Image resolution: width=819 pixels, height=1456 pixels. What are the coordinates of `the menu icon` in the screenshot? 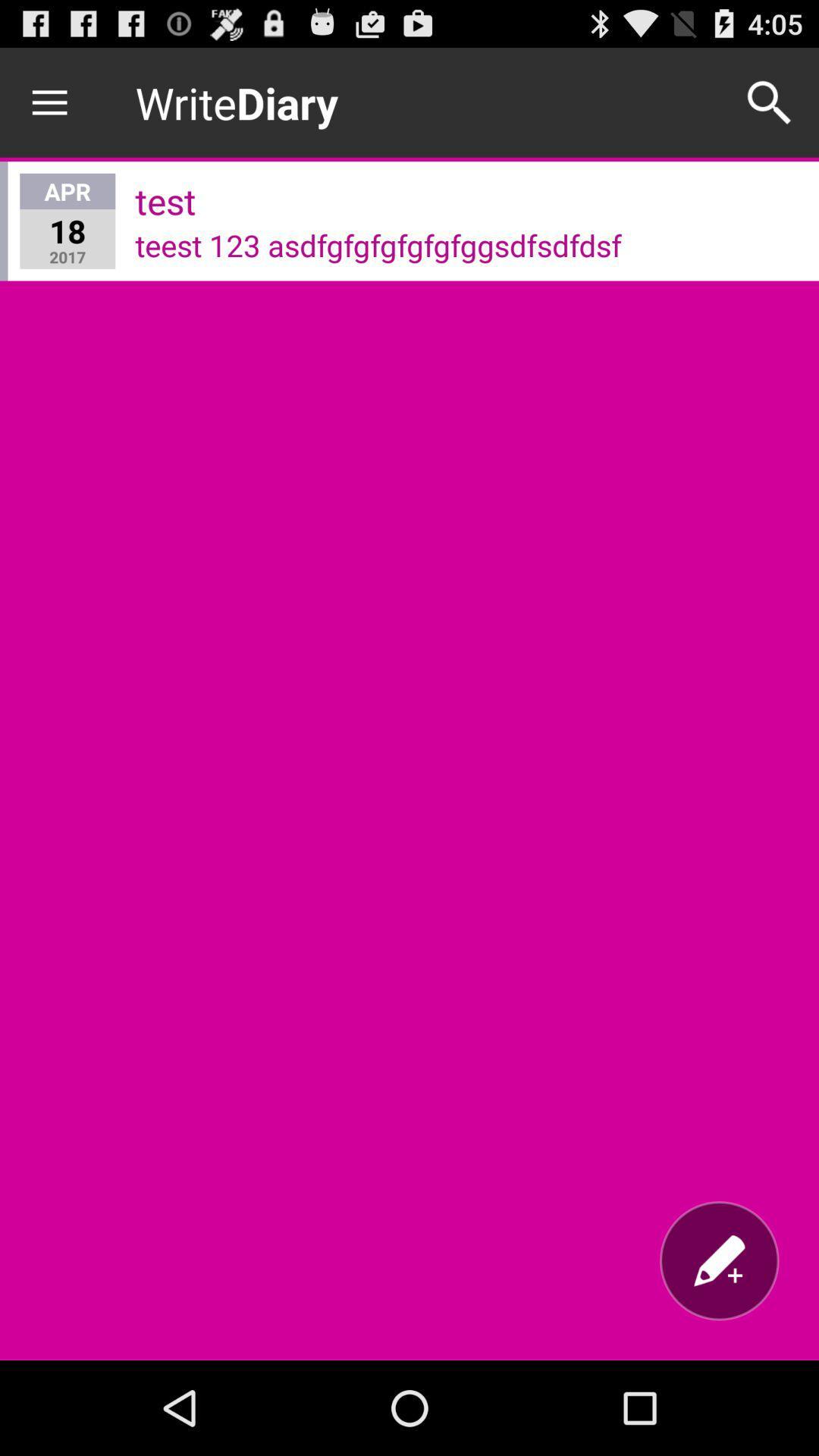 It's located at (58, 108).